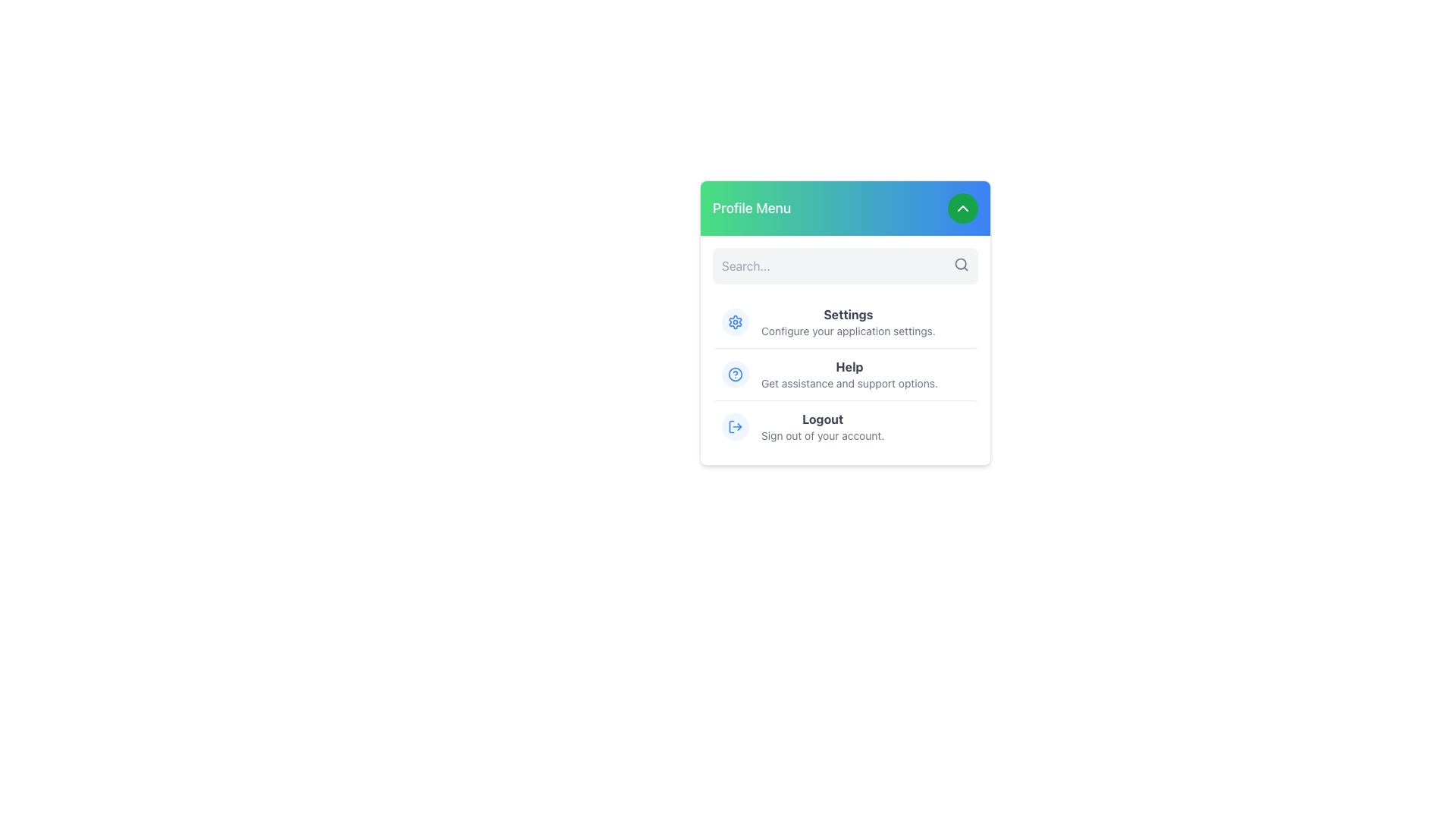  Describe the element at coordinates (960, 263) in the screenshot. I see `the search icon located to the right of the search input field to focus on the adjacent input for text entry` at that location.